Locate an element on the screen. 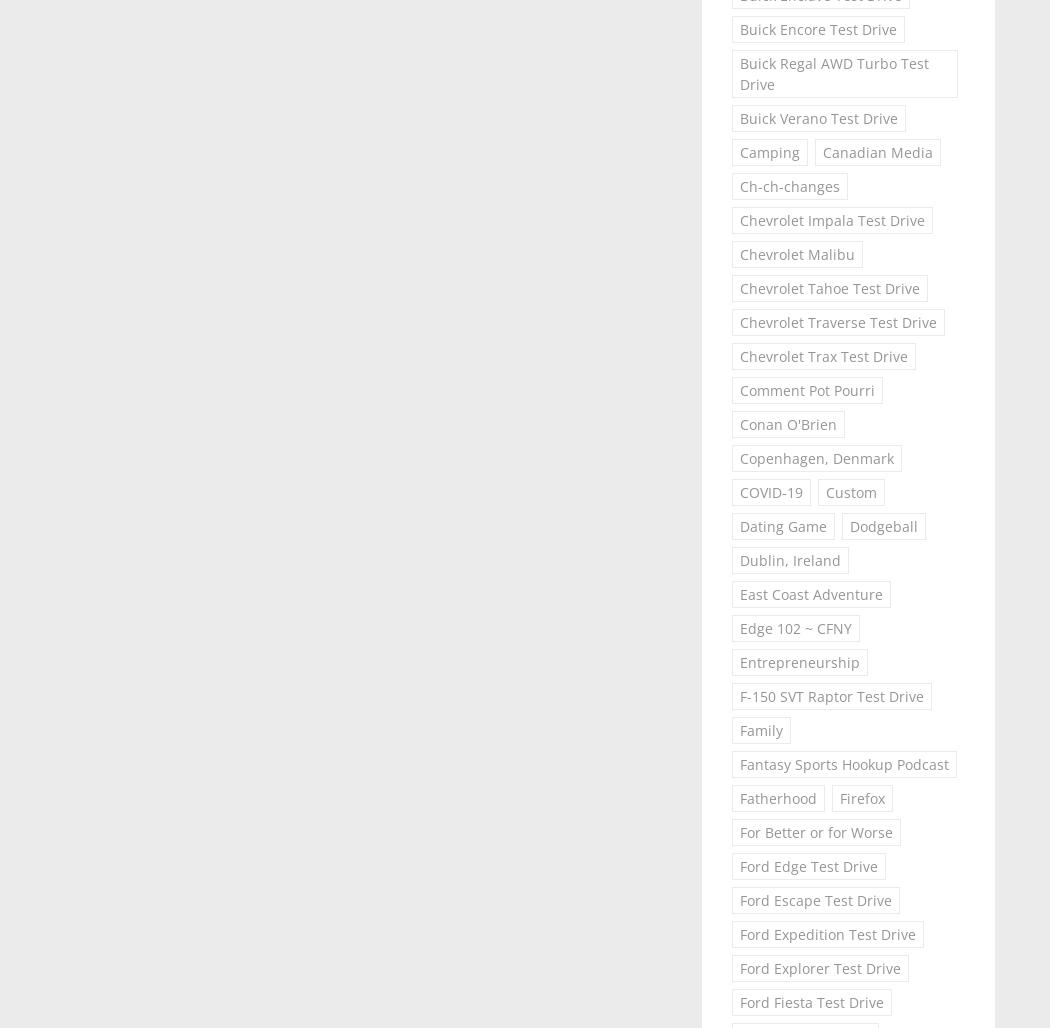 The image size is (1050, 1028). 'Entrepreneurship' is located at coordinates (798, 662).